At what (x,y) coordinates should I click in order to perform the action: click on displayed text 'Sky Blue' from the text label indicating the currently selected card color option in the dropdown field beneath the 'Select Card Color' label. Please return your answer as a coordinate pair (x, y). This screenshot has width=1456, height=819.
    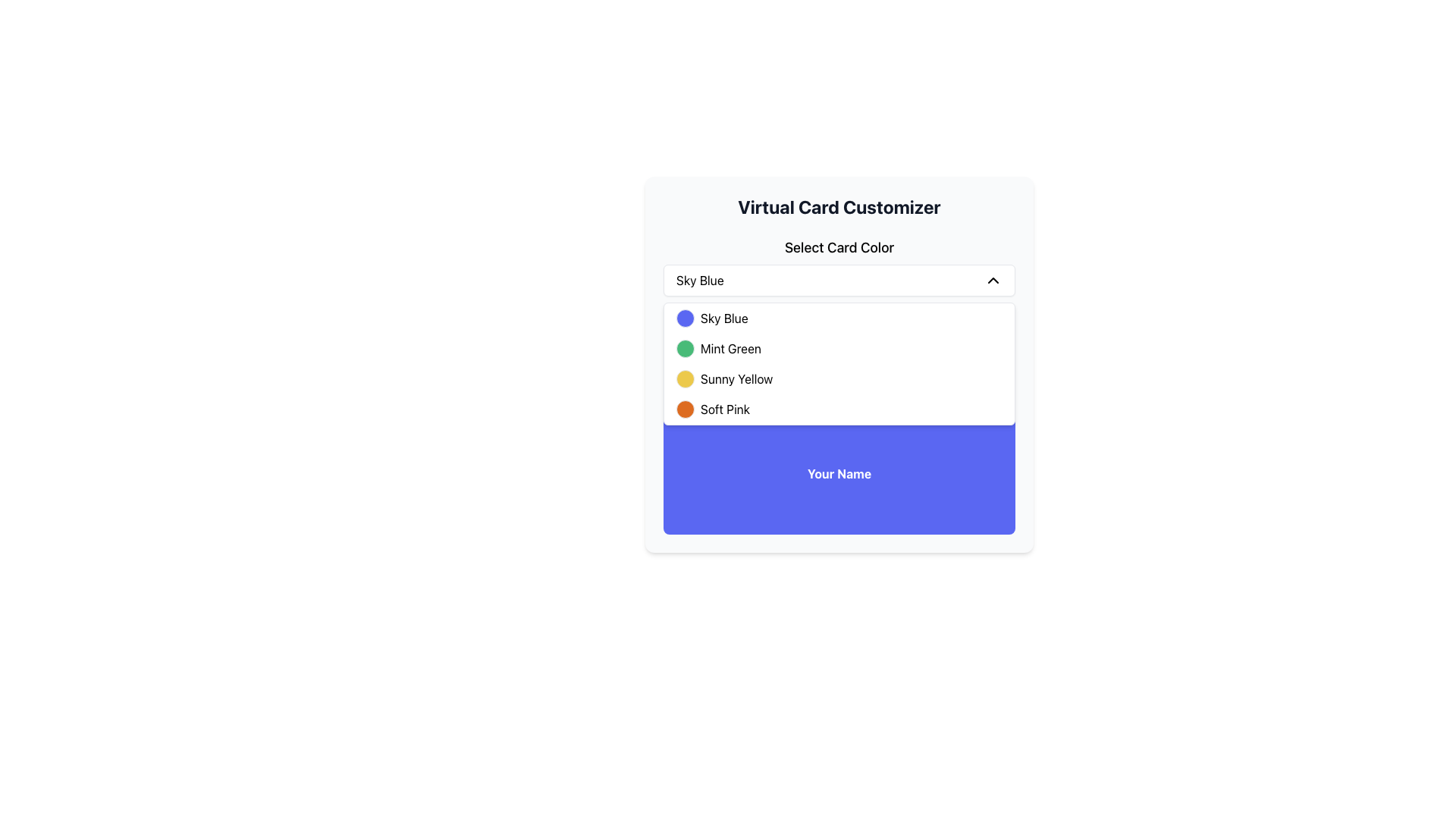
    Looking at the image, I should click on (699, 281).